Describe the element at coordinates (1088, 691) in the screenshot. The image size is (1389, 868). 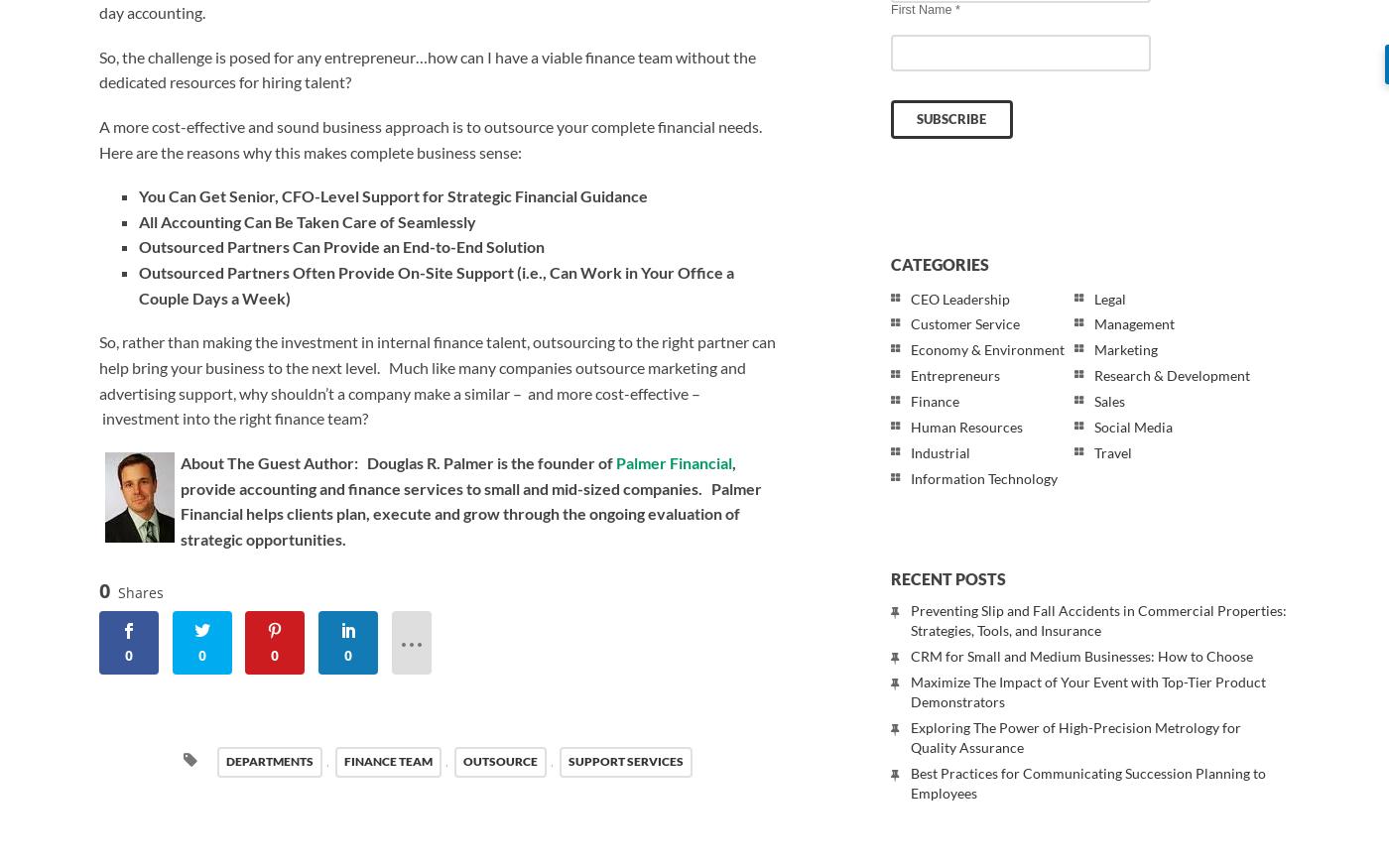
I see `'Maximize The Impact of Your Event with Top-Tier Product Demonstrators'` at that location.